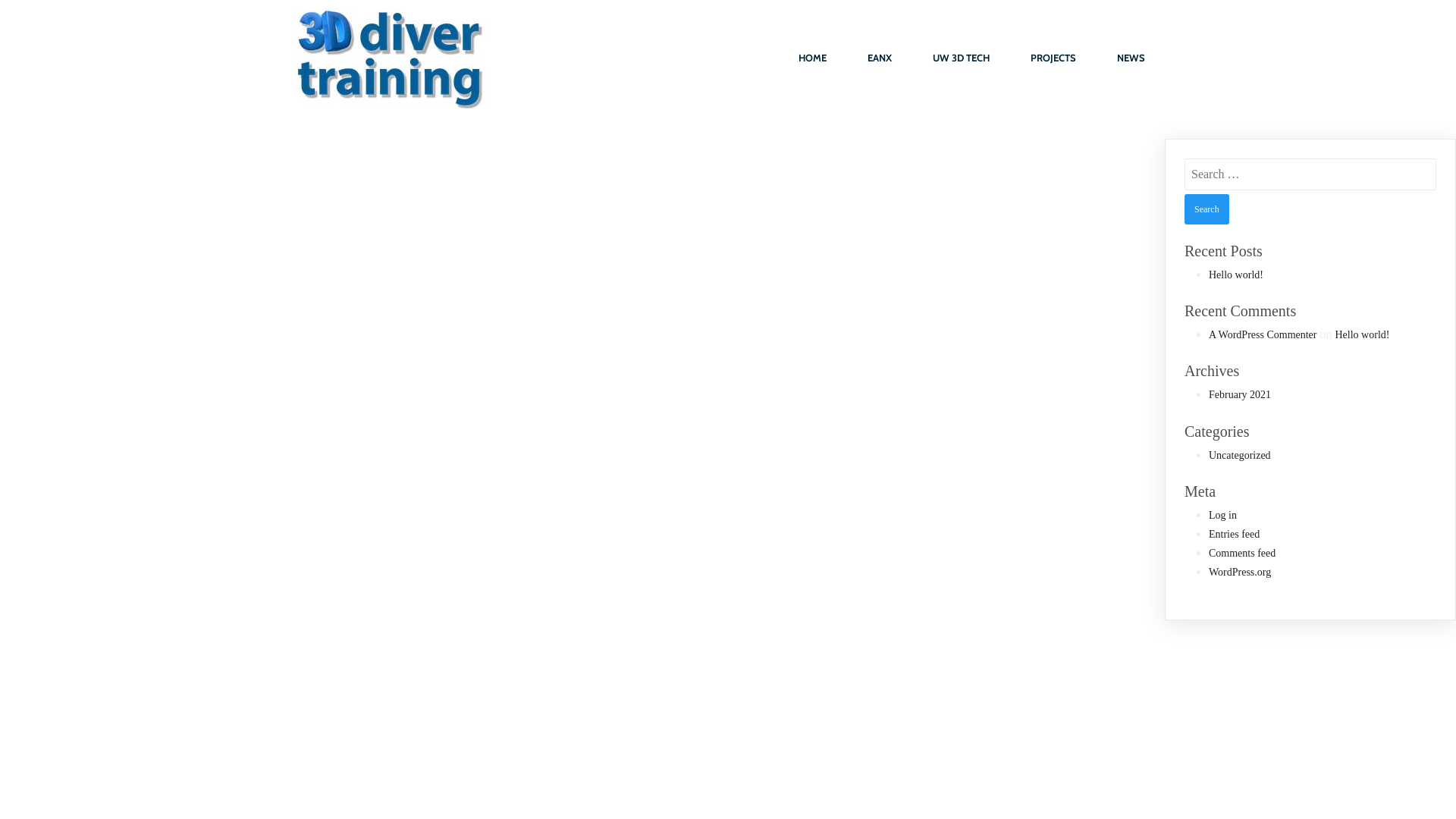 This screenshot has width=1456, height=819. Describe the element at coordinates (1222, 514) in the screenshot. I see `'Log in'` at that location.